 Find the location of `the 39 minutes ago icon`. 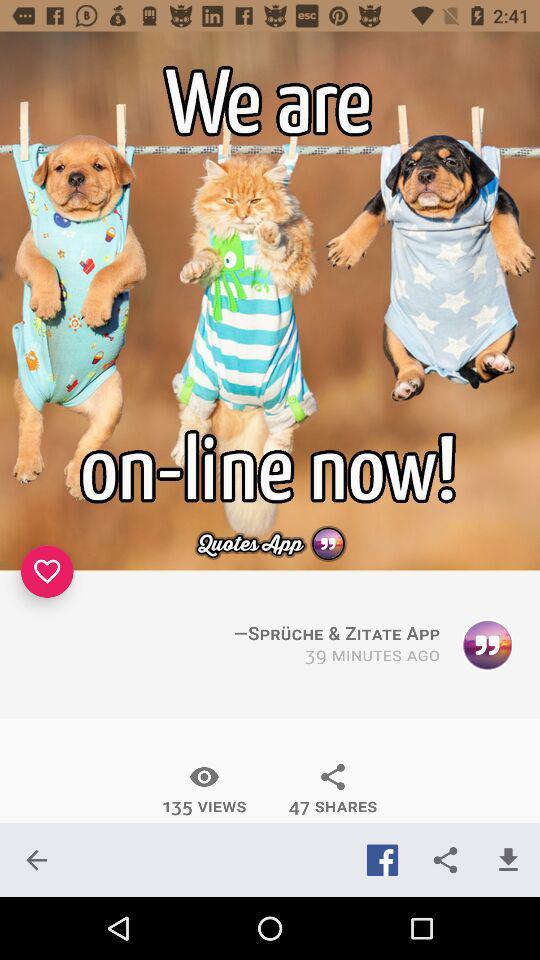

the 39 minutes ago icon is located at coordinates (372, 654).